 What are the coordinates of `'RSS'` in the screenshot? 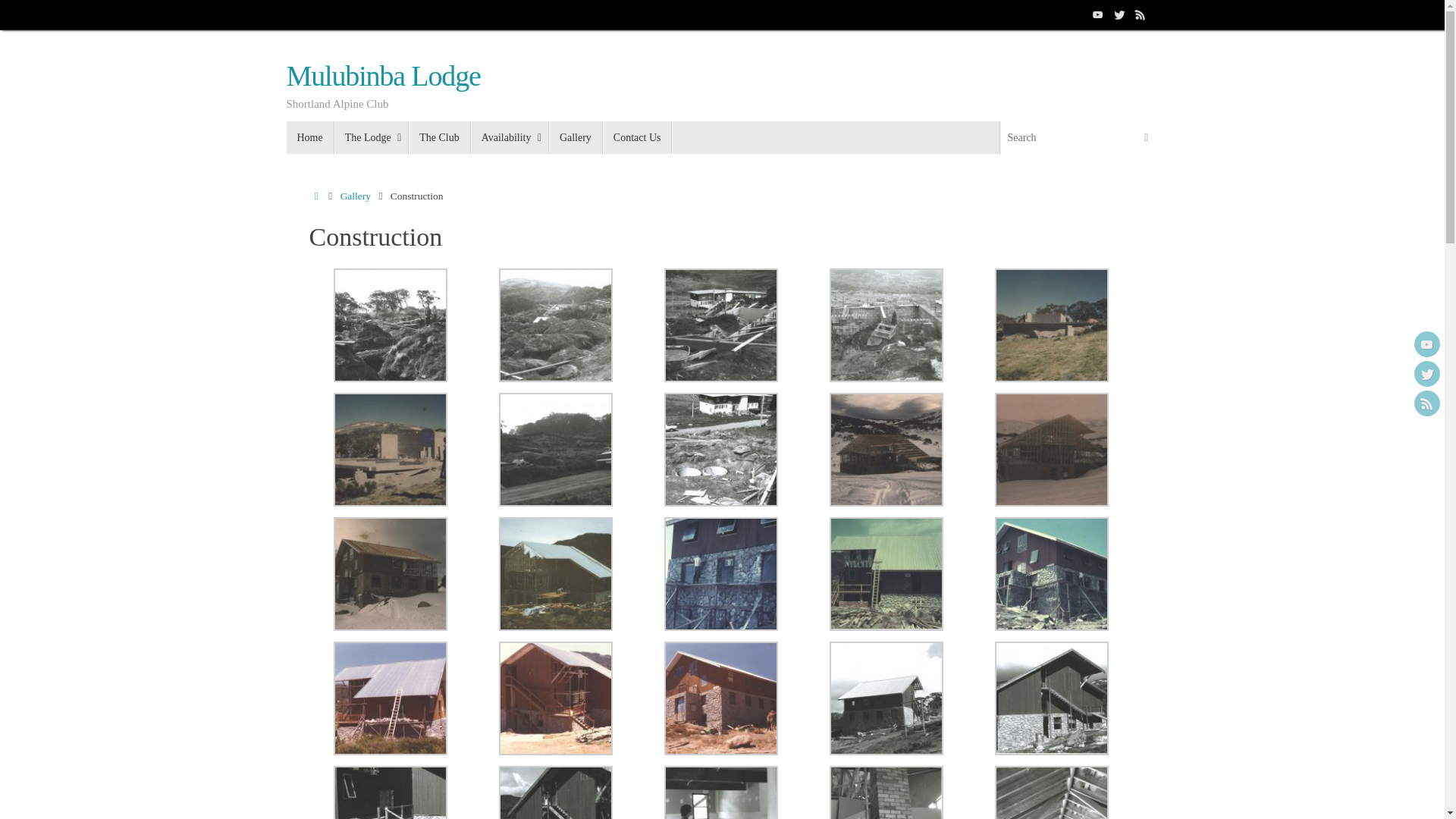 It's located at (1140, 14).